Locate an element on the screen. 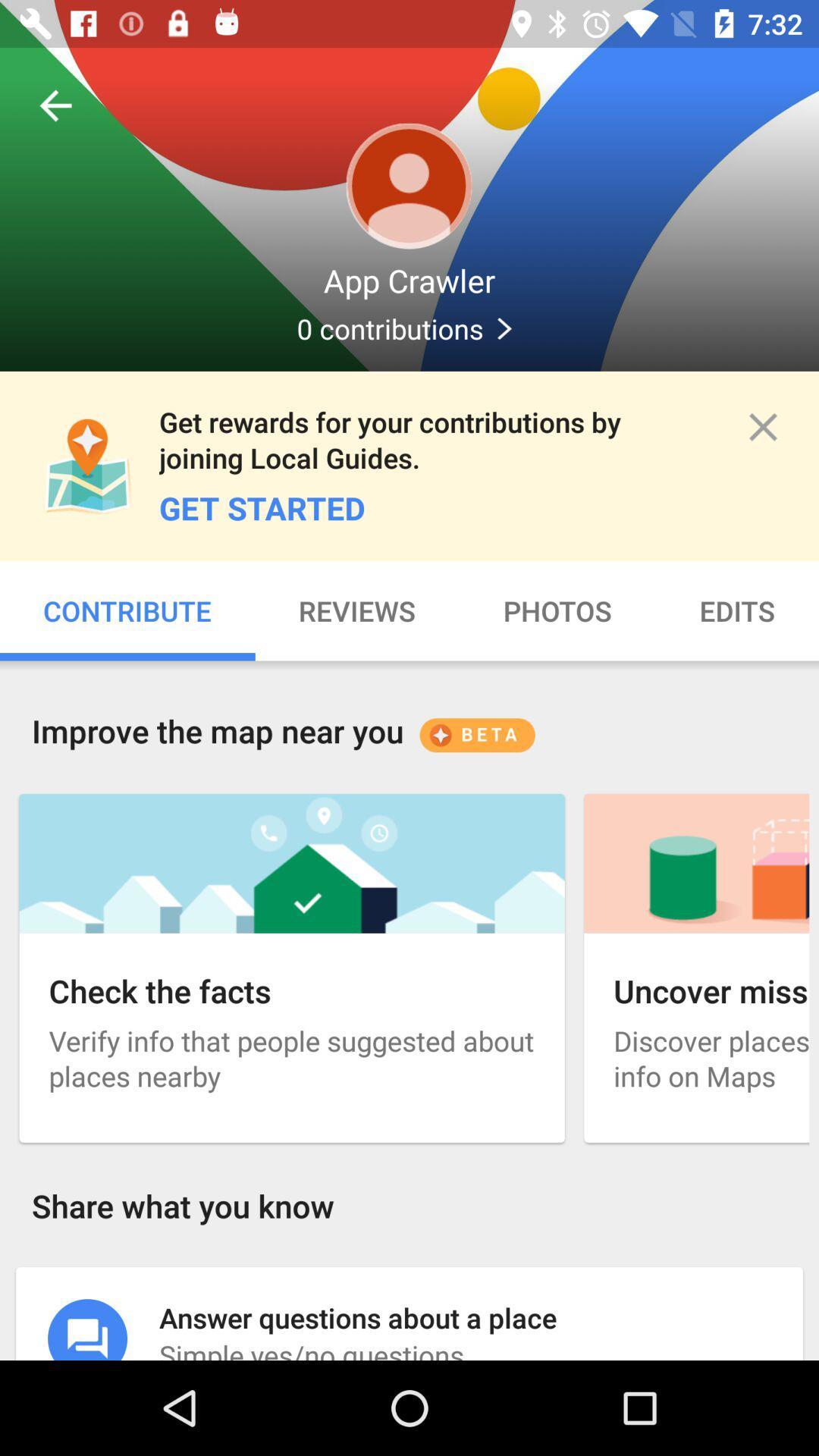 This screenshot has width=819, height=1456. the text below share what you know is located at coordinates (409, 1313).